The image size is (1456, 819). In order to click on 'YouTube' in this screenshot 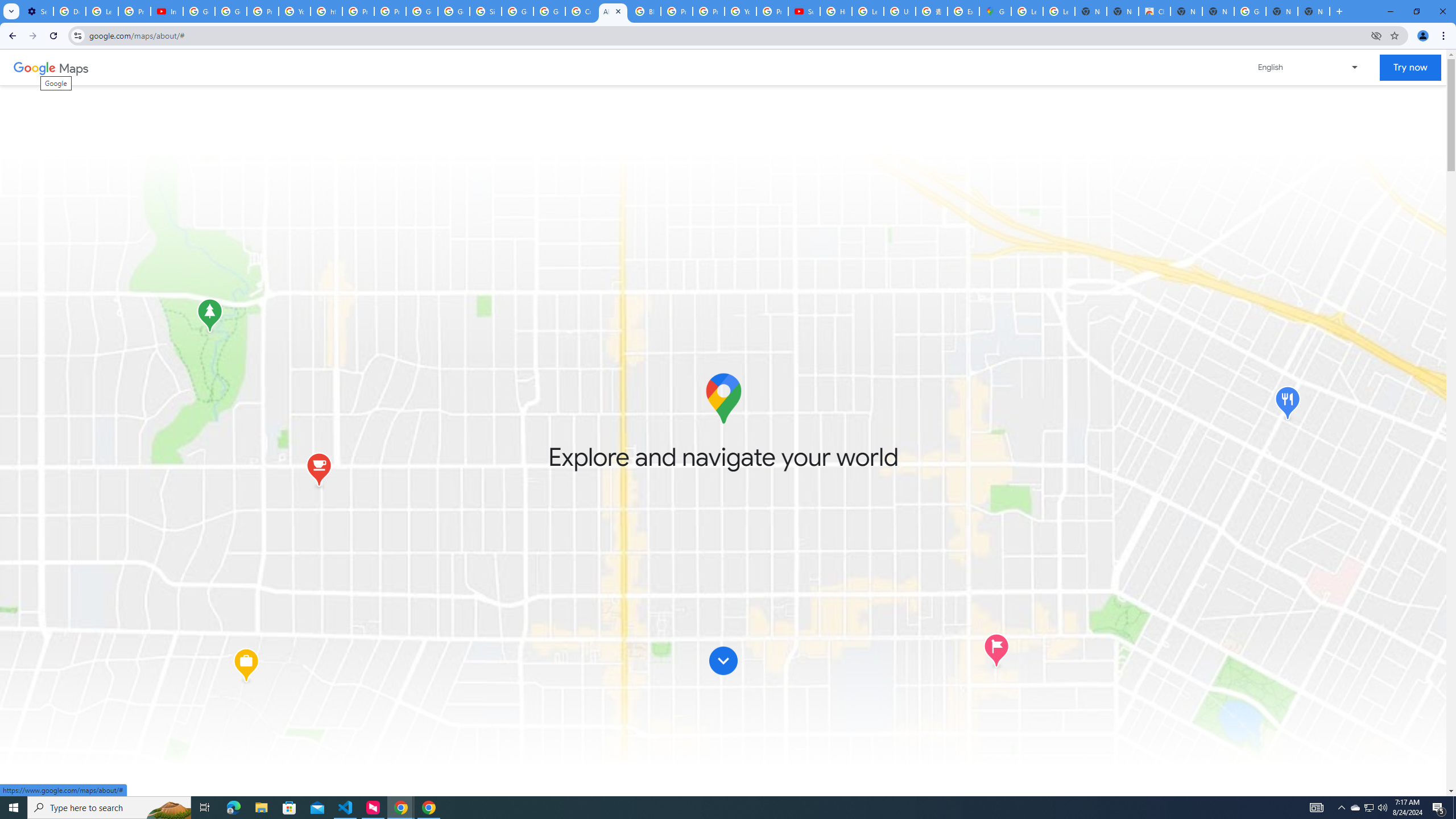, I will do `click(739, 11)`.